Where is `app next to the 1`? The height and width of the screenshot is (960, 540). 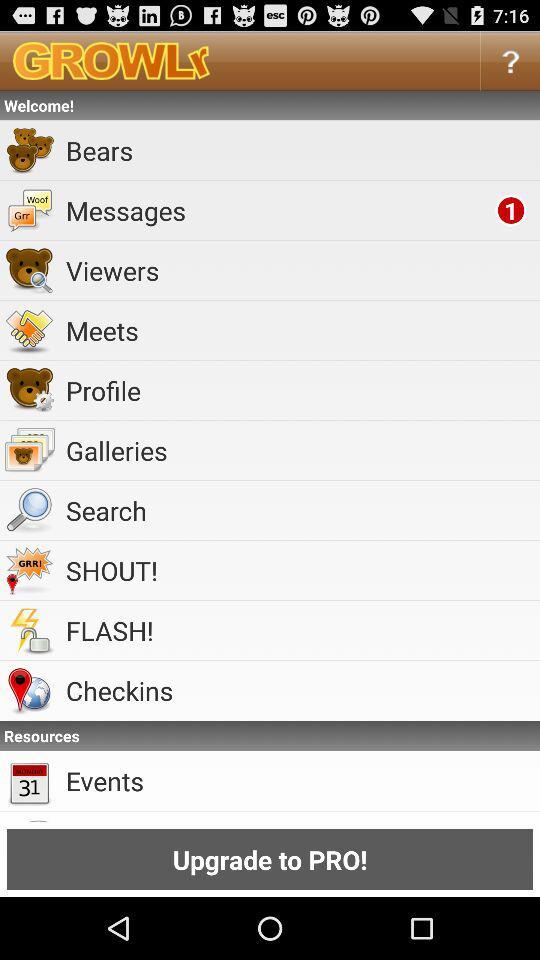 app next to the 1 is located at coordinates (276, 210).